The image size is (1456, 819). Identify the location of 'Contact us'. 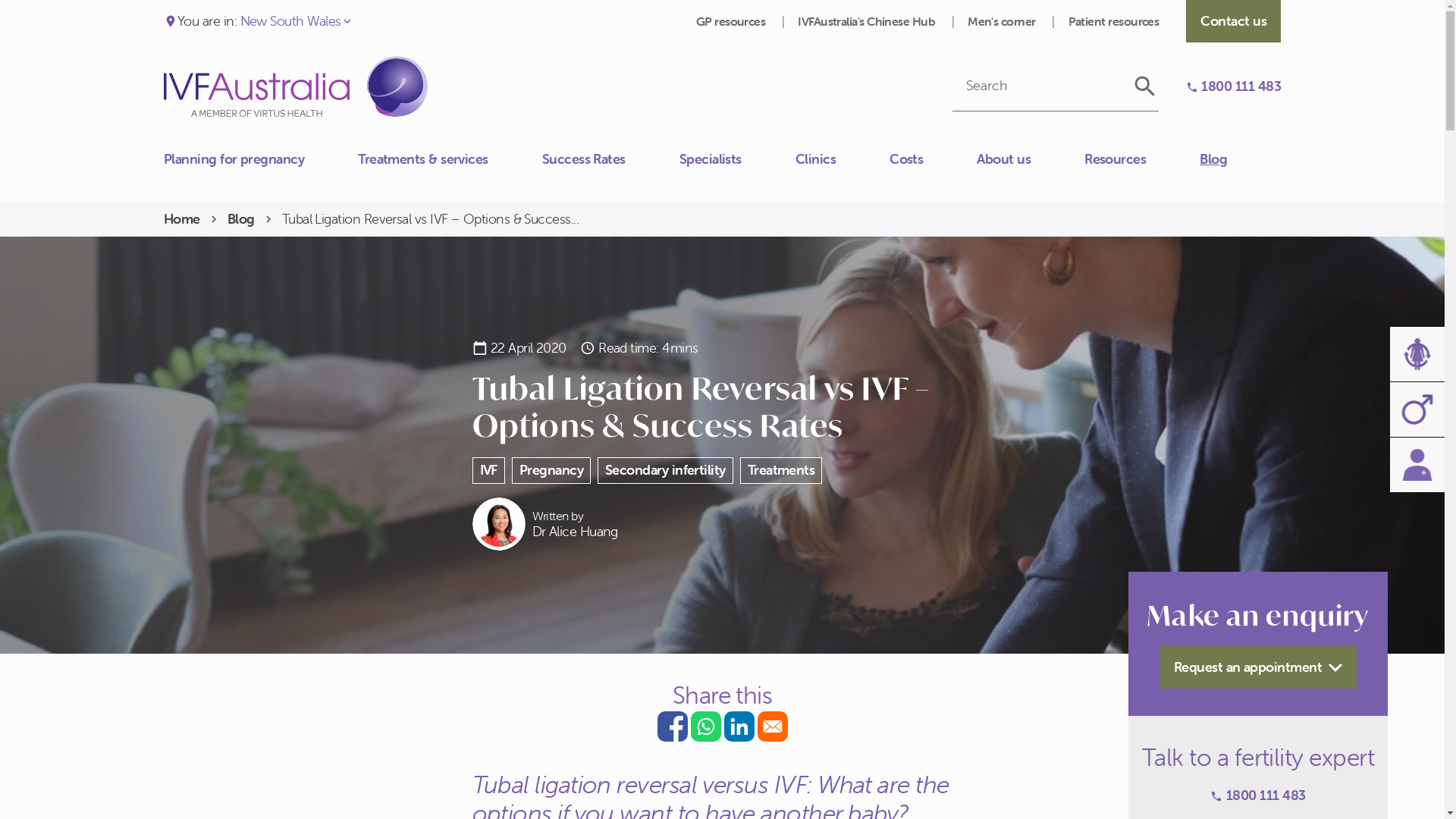
(1233, 20).